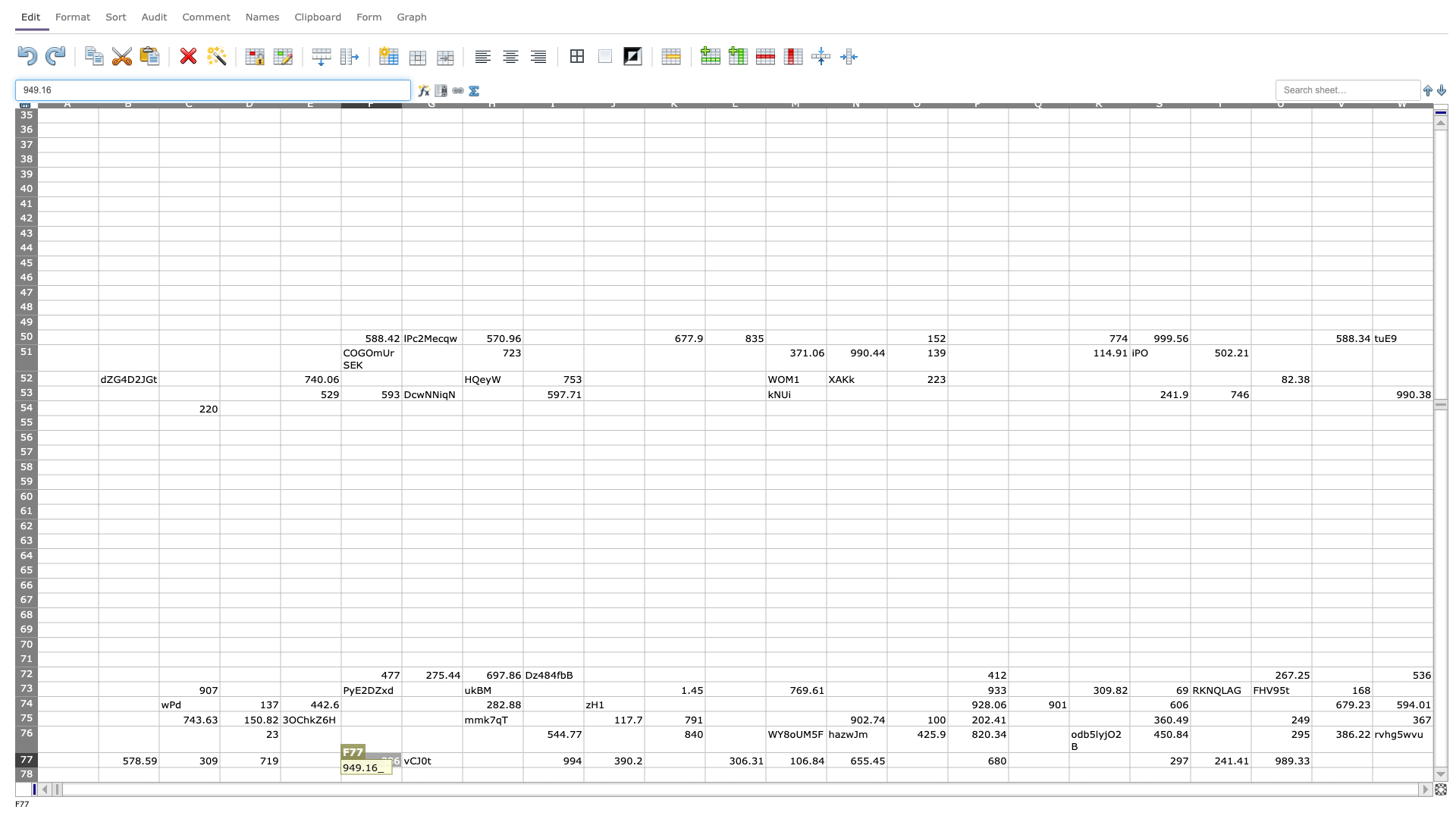 This screenshot has width=1456, height=819. I want to click on Northwest corner of cell G78, so click(401, 767).